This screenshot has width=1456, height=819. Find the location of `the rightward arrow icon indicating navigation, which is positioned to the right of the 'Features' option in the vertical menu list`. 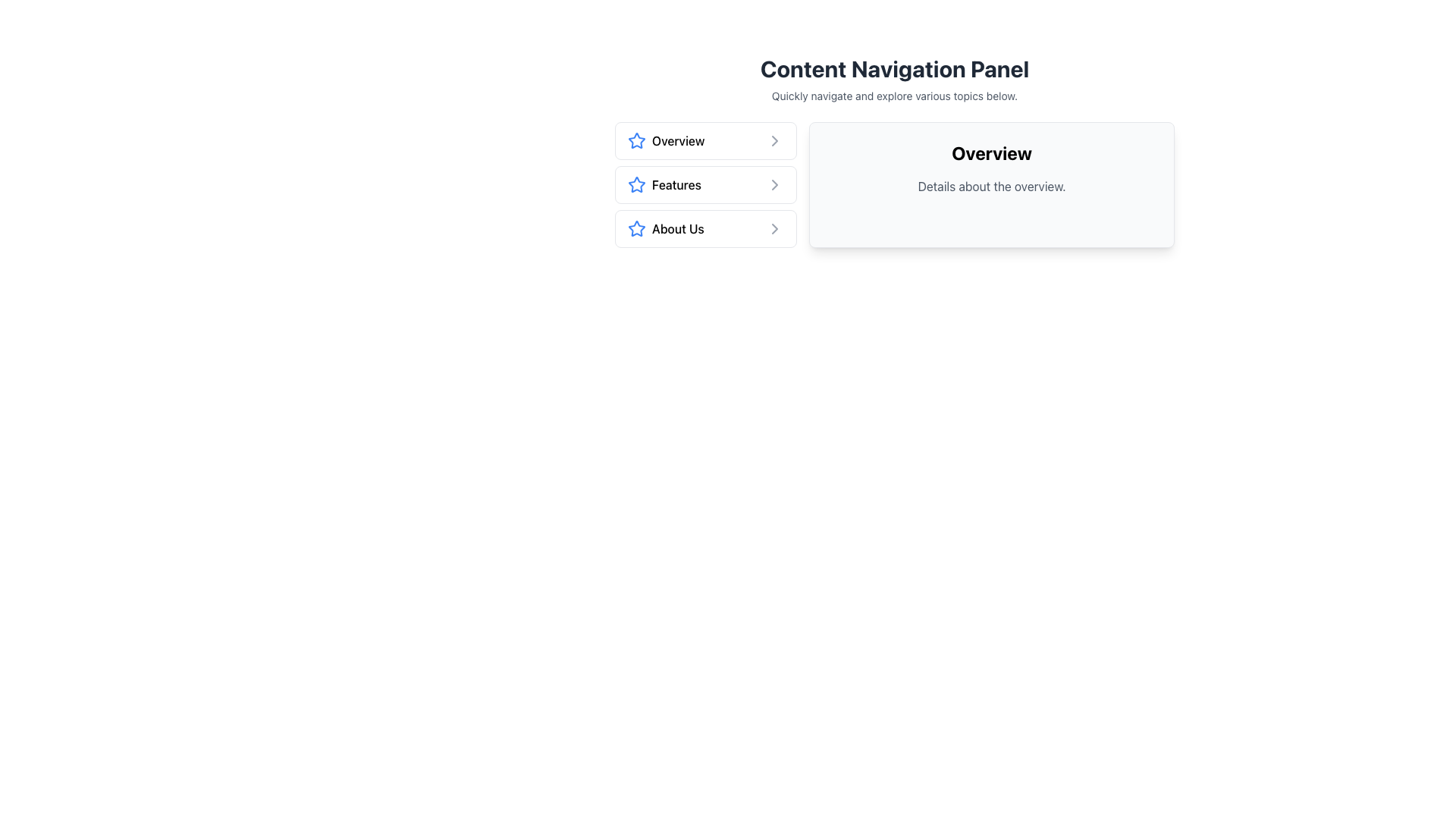

the rightward arrow icon indicating navigation, which is positioned to the right of the 'Features' option in the vertical menu list is located at coordinates (775, 184).